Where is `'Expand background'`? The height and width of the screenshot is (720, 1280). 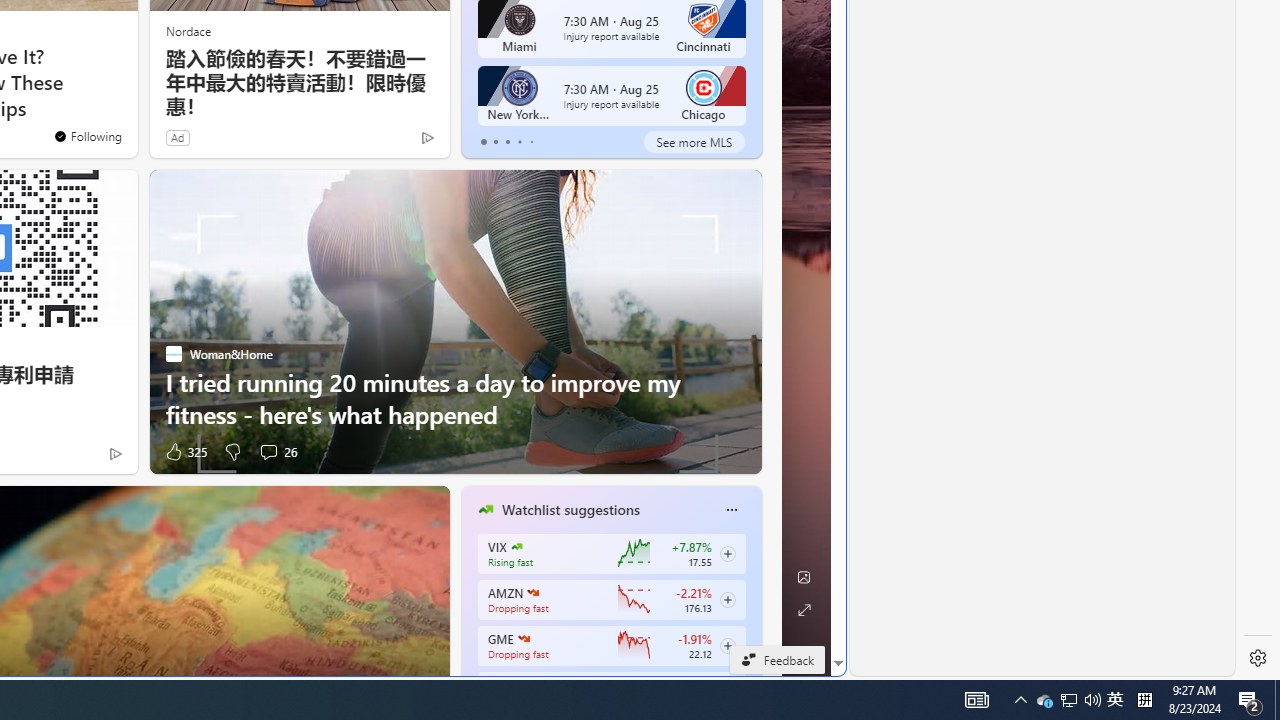 'Expand background' is located at coordinates (803, 609).